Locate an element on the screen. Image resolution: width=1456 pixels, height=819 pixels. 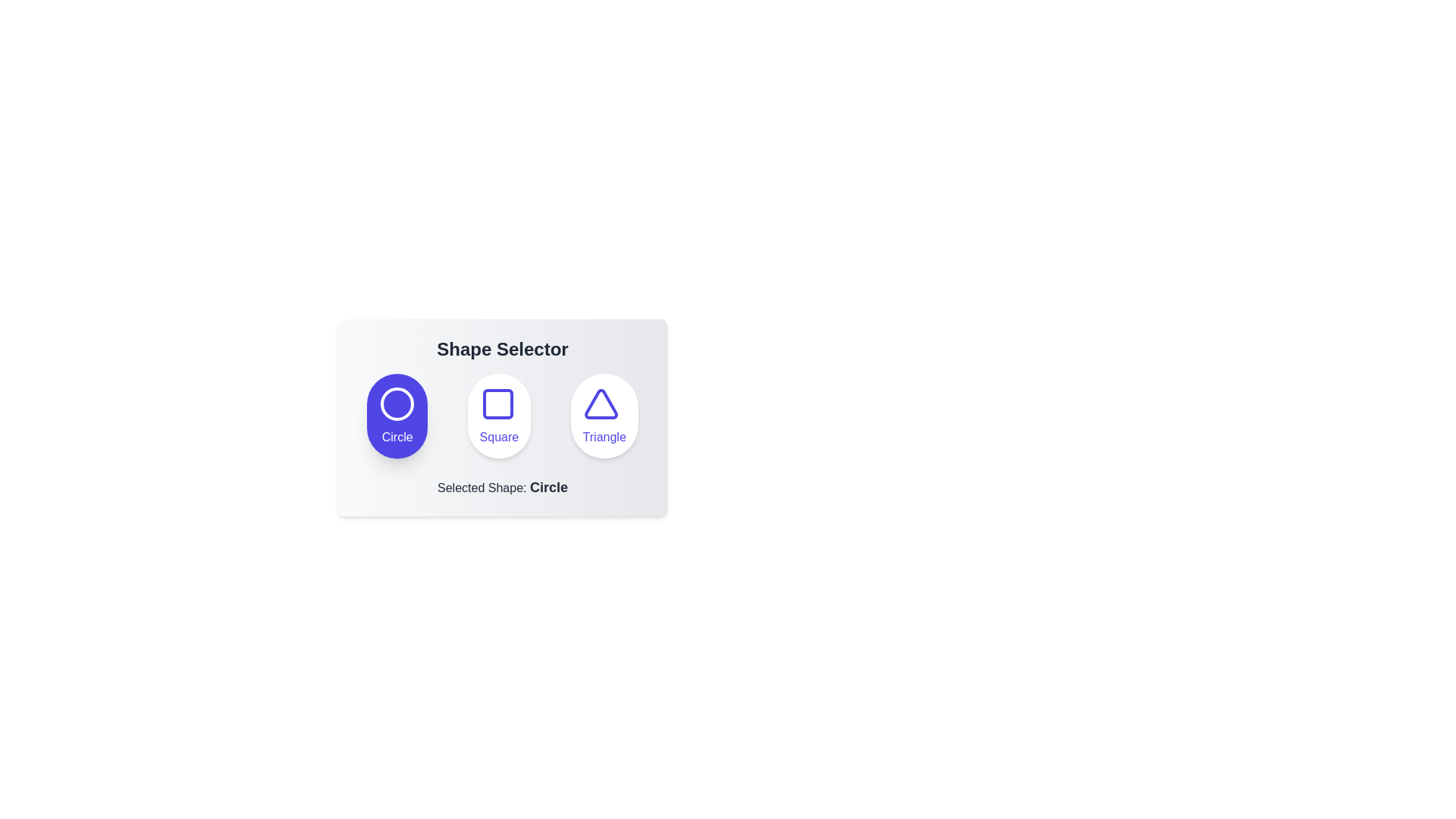
the Circle button to select it is located at coordinates (397, 416).